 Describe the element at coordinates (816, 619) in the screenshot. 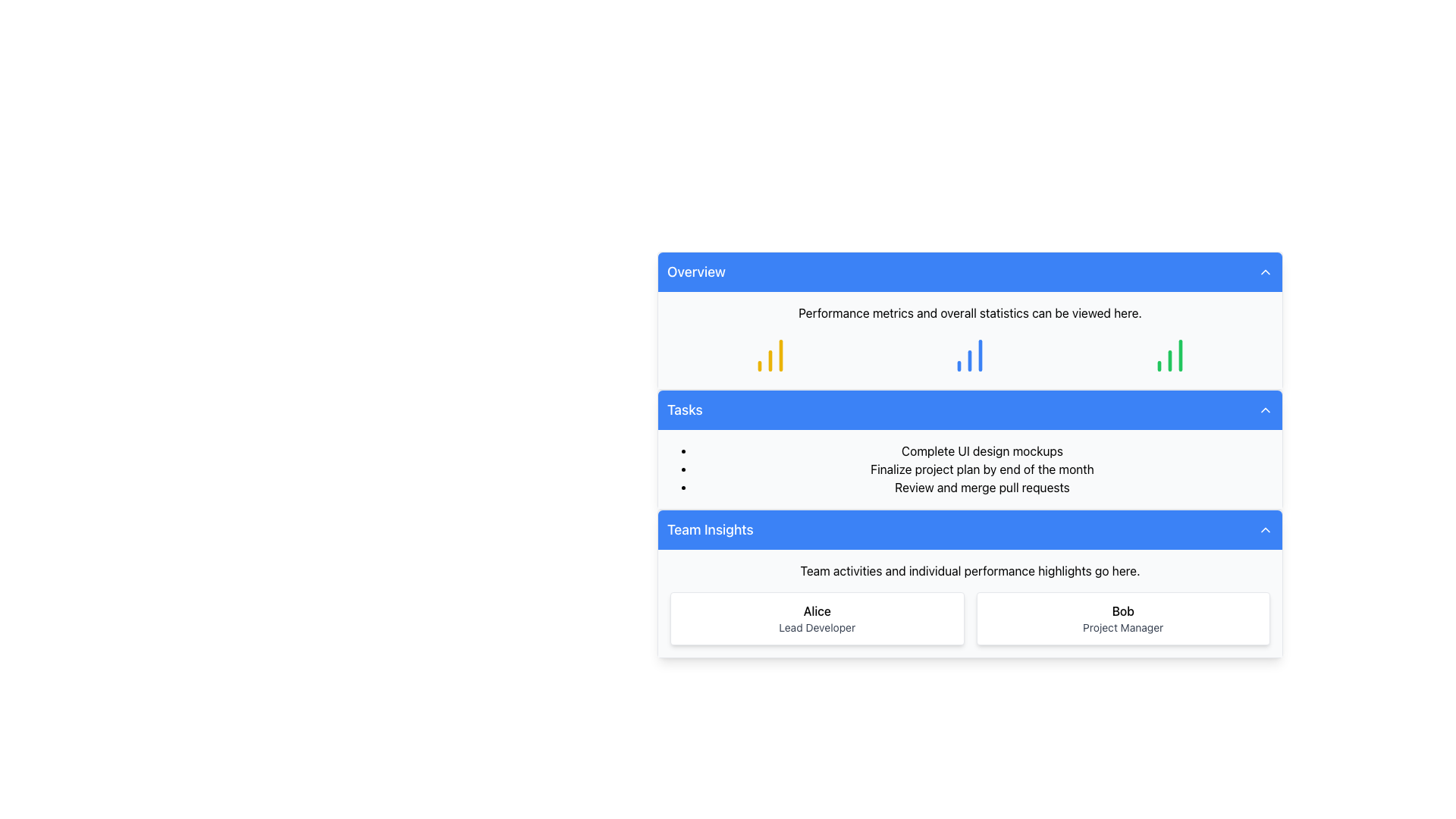

I see `displayed information on the first Card Component in the 'Team Insights' section, which shows details about a team member's name and role` at that location.